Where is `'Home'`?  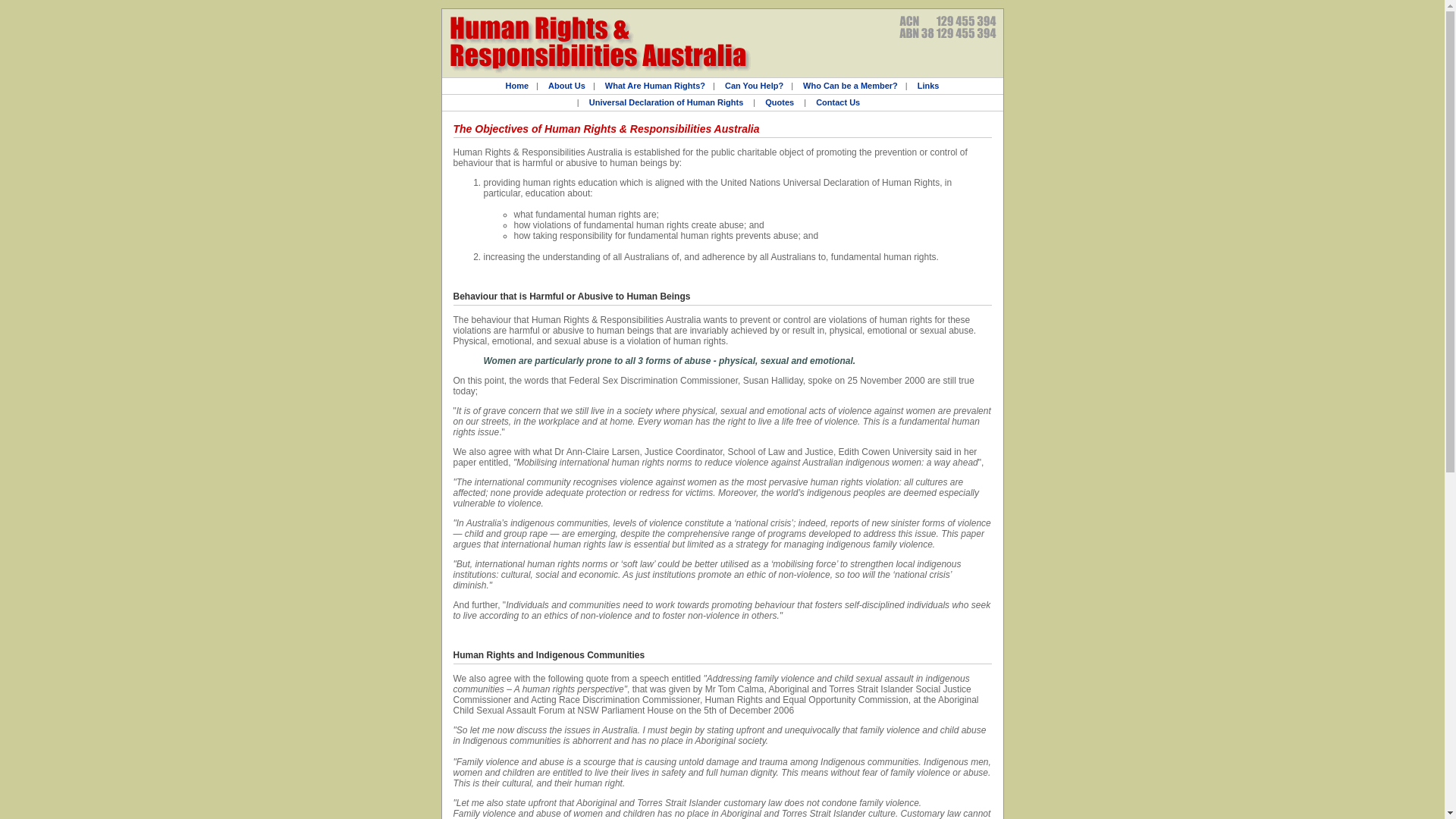 'Home' is located at coordinates (517, 85).